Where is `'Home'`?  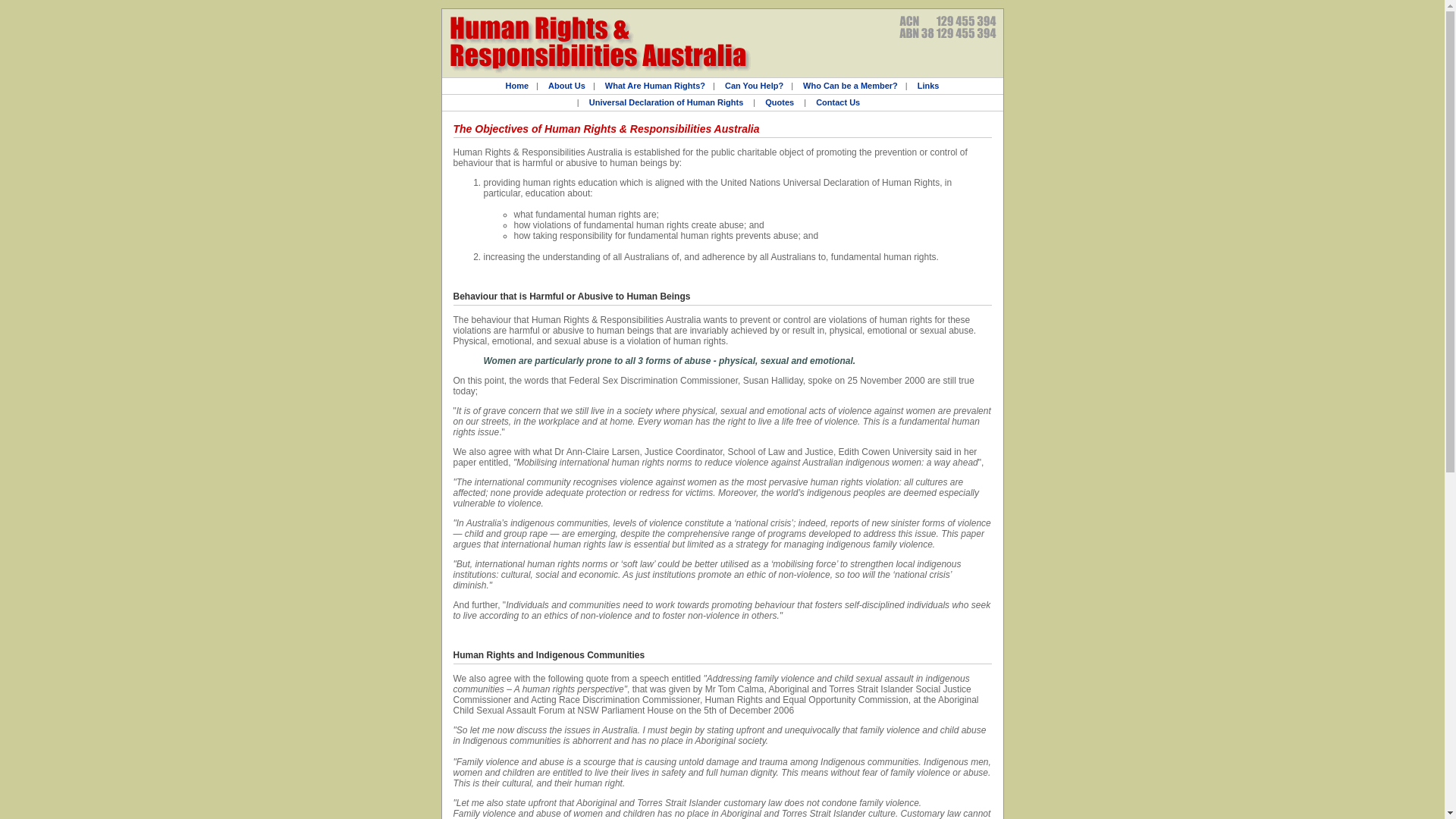 'Home' is located at coordinates (517, 85).